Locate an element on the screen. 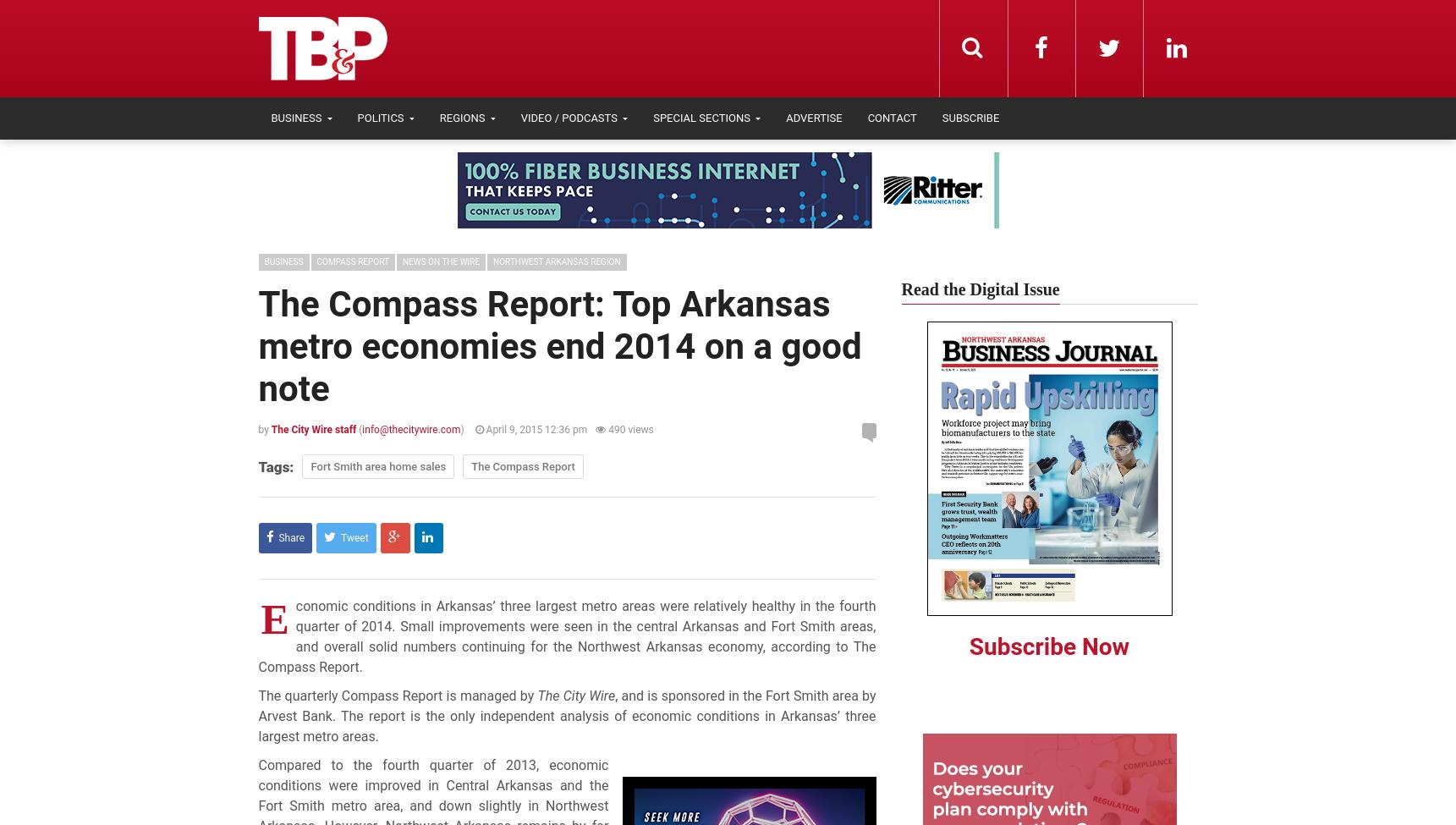  'News on the Wire' is located at coordinates (440, 261).